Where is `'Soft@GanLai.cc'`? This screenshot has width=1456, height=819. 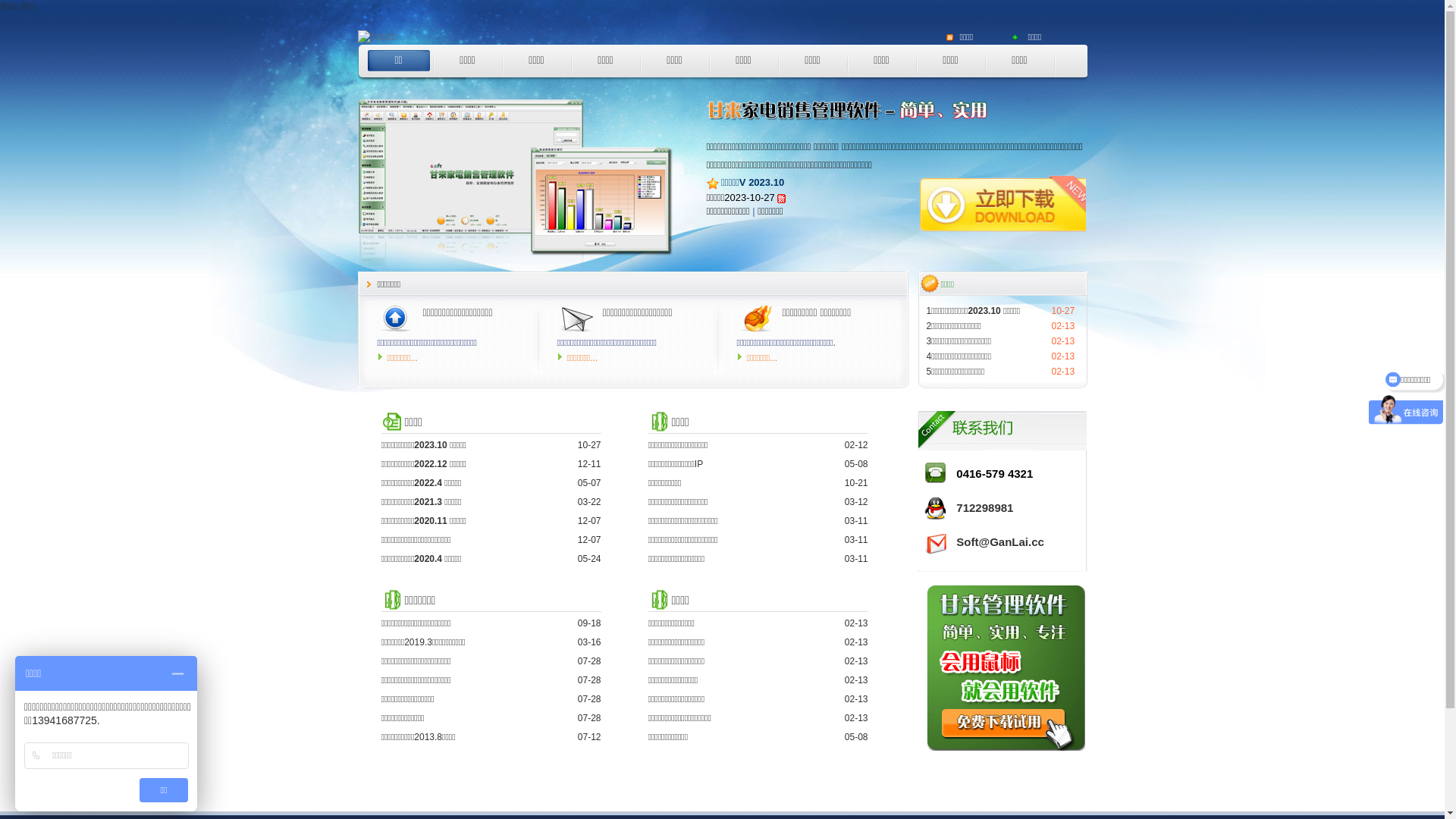
'Soft@GanLai.cc' is located at coordinates (955, 541).